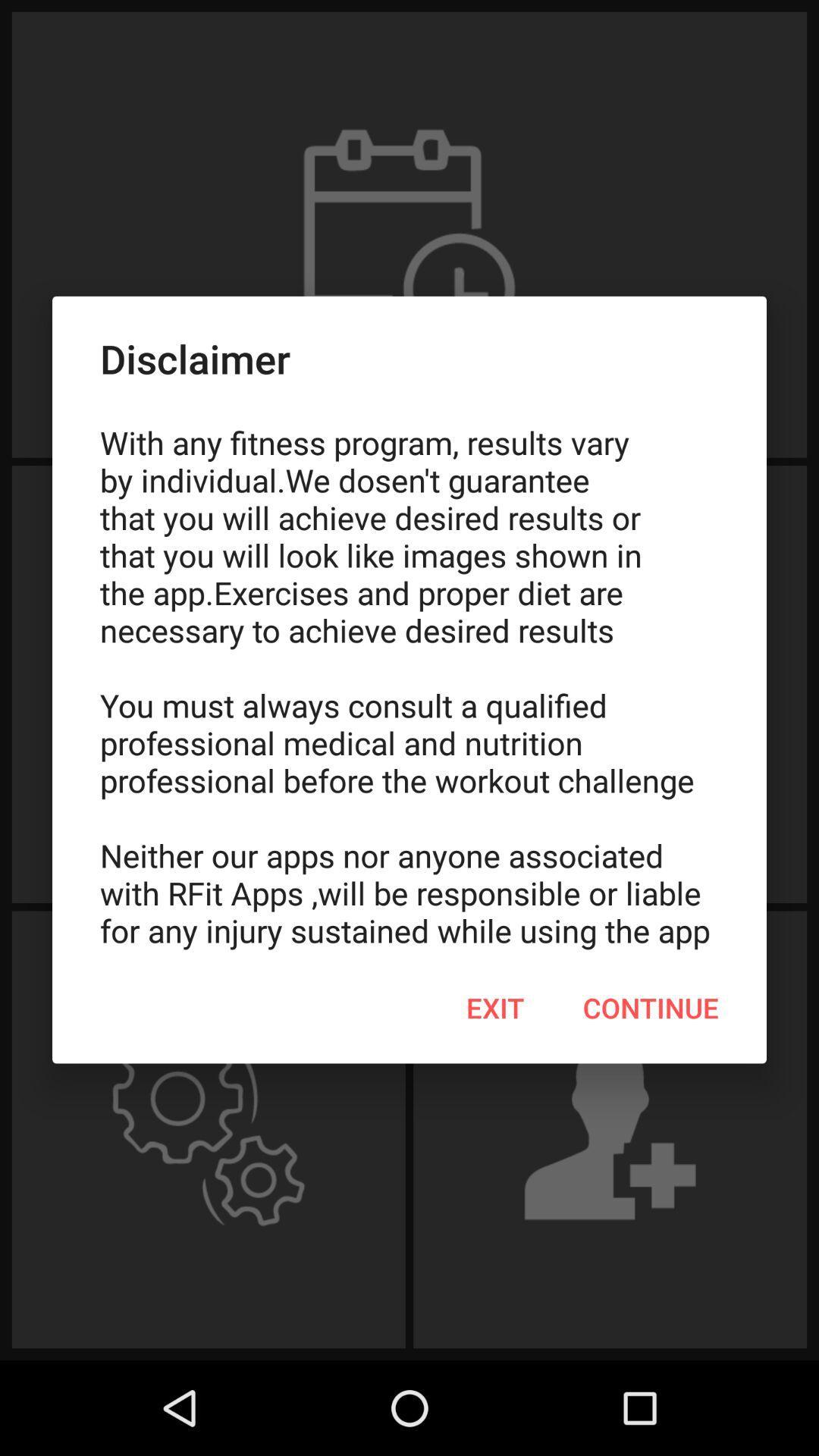 This screenshot has height=1456, width=819. I want to click on item next to exit icon, so click(650, 1008).